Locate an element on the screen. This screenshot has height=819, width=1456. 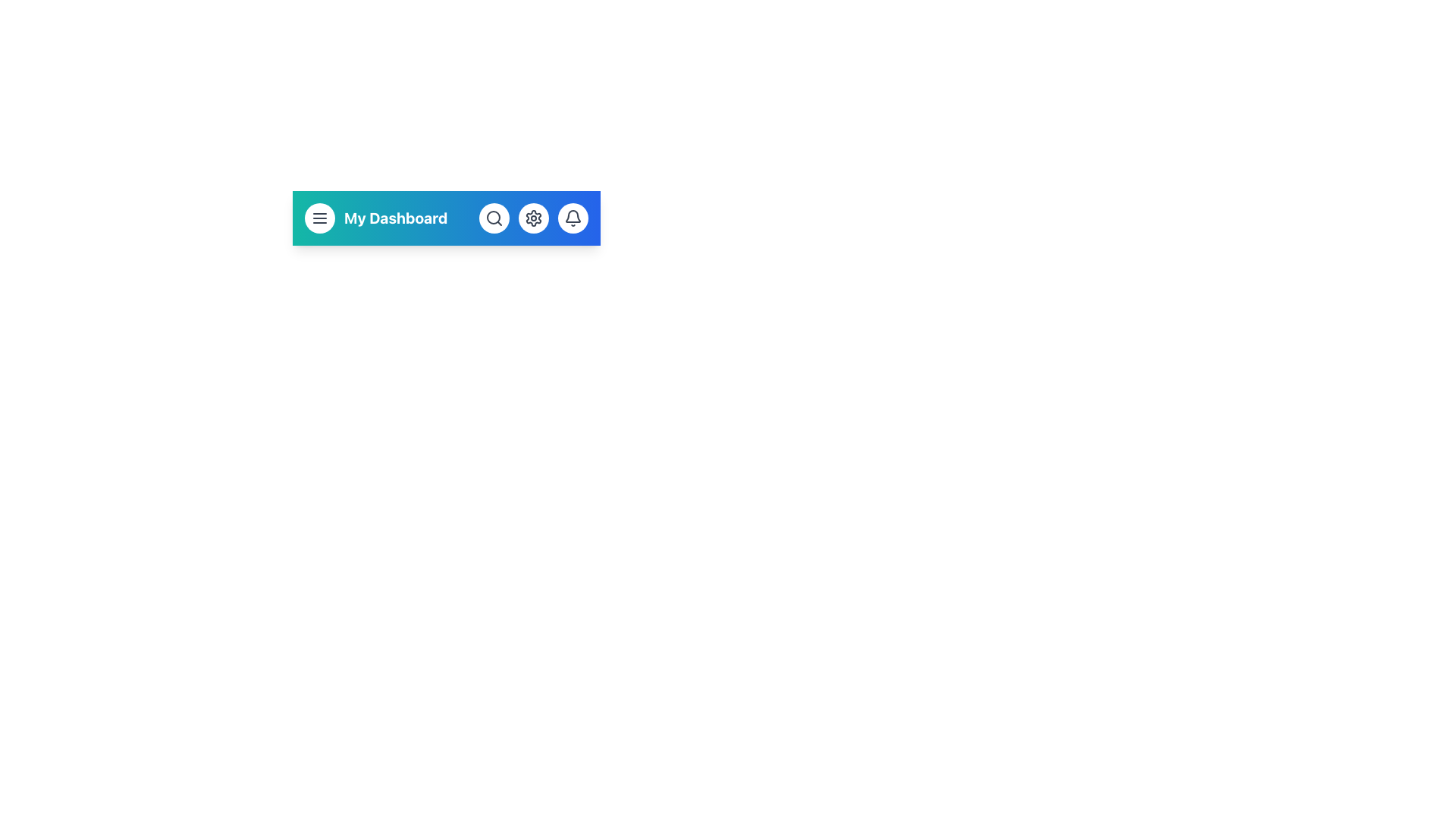
the settings icon button located at the third position in the horizontal row of icons on the right edge of the navigation bar is located at coordinates (534, 218).